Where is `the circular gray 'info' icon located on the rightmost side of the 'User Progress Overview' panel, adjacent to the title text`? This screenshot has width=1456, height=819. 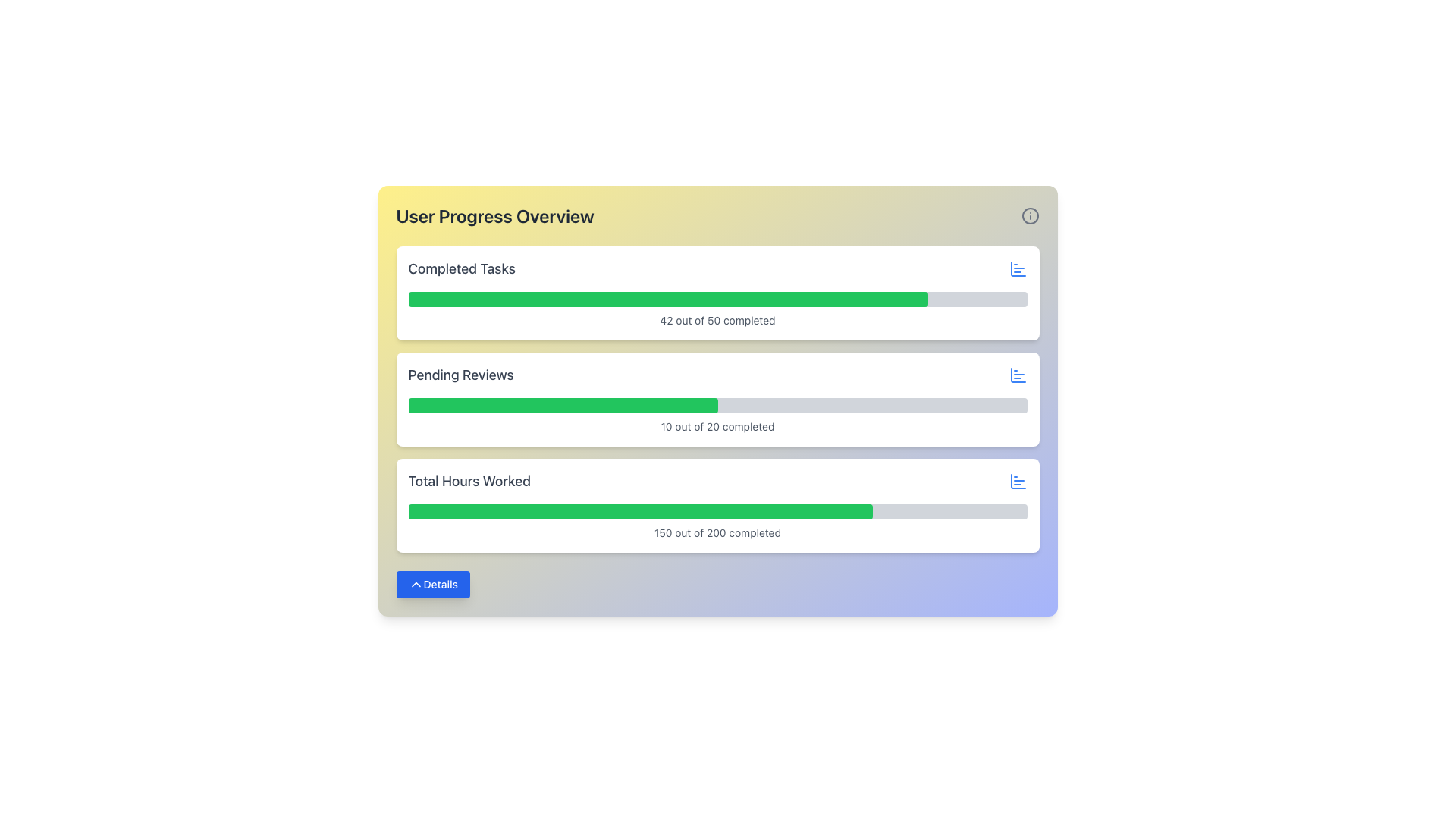
the circular gray 'info' icon located on the rightmost side of the 'User Progress Overview' panel, adjacent to the title text is located at coordinates (1030, 216).